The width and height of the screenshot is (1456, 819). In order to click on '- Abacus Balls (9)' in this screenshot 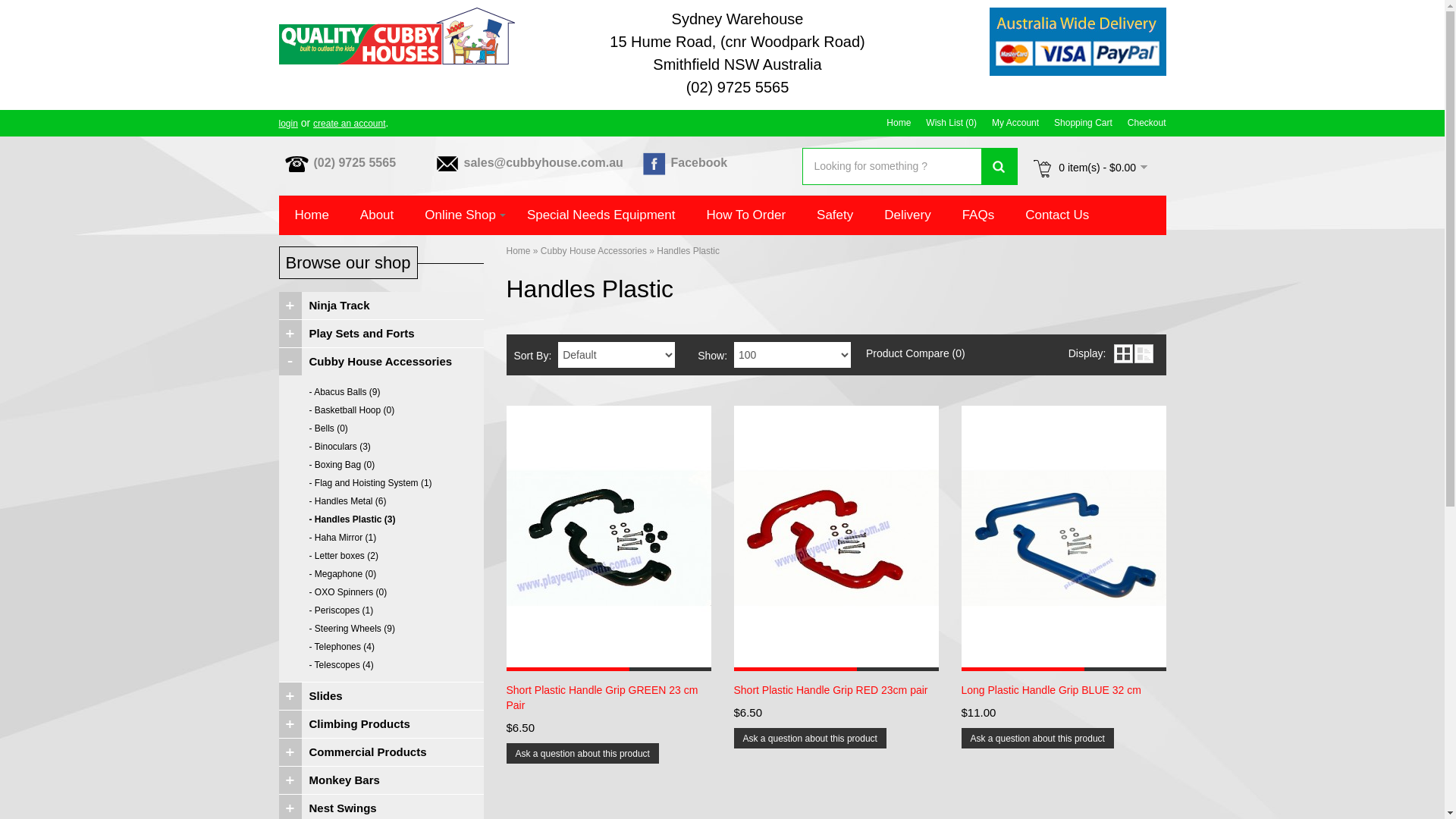, I will do `click(279, 391)`.